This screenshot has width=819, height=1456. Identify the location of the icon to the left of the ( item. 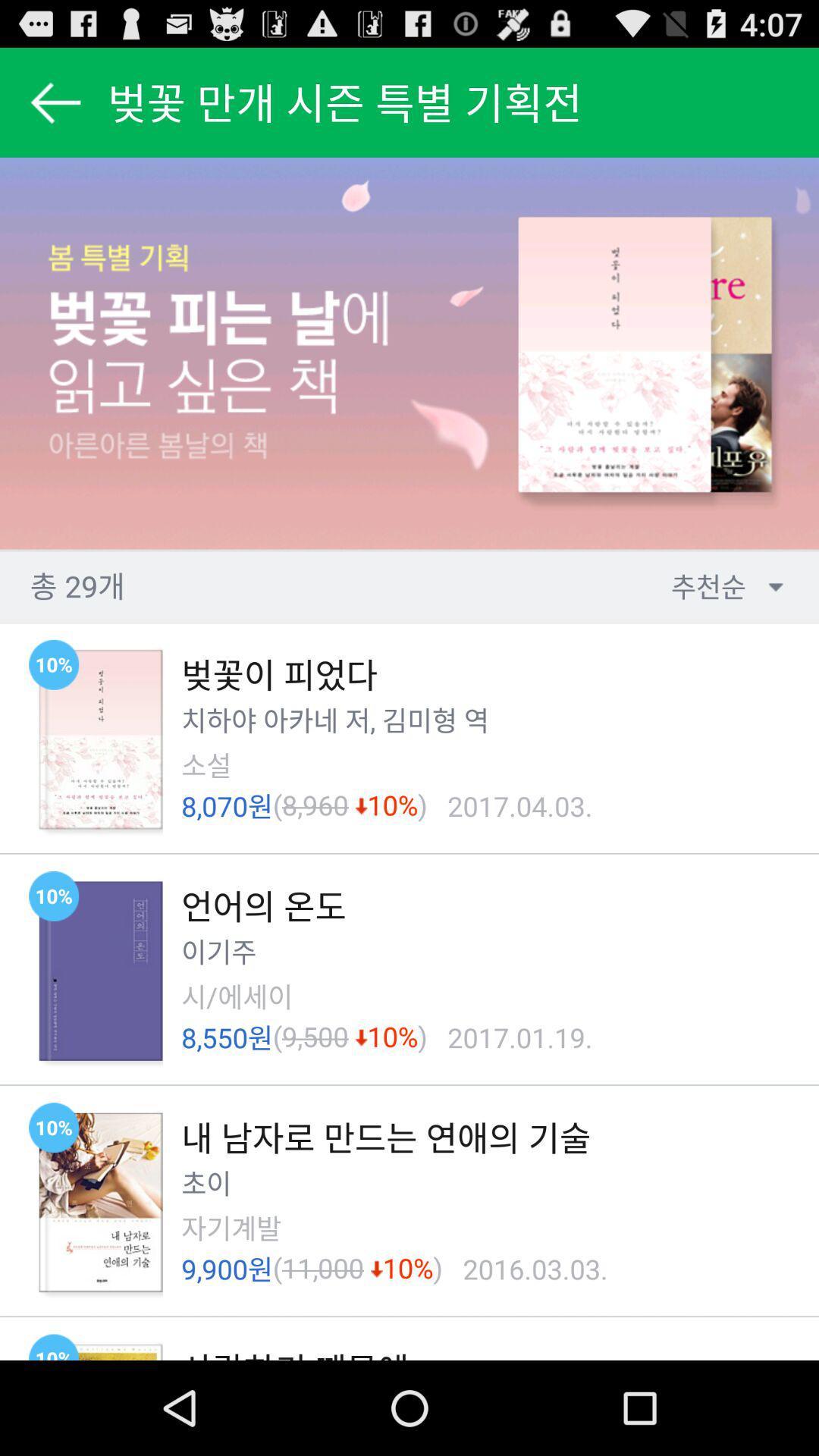
(206, 765).